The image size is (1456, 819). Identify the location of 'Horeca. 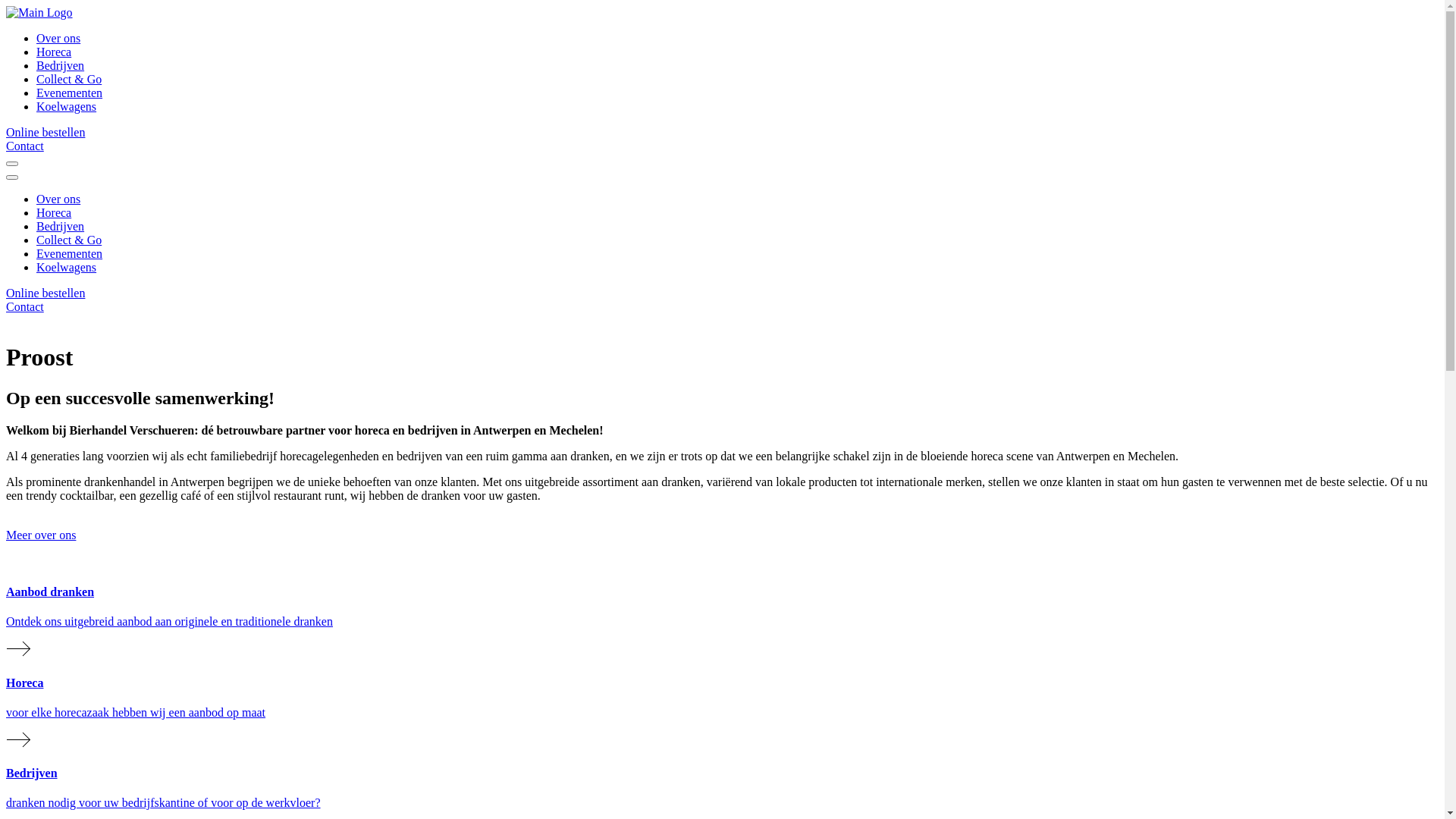
(6, 714).